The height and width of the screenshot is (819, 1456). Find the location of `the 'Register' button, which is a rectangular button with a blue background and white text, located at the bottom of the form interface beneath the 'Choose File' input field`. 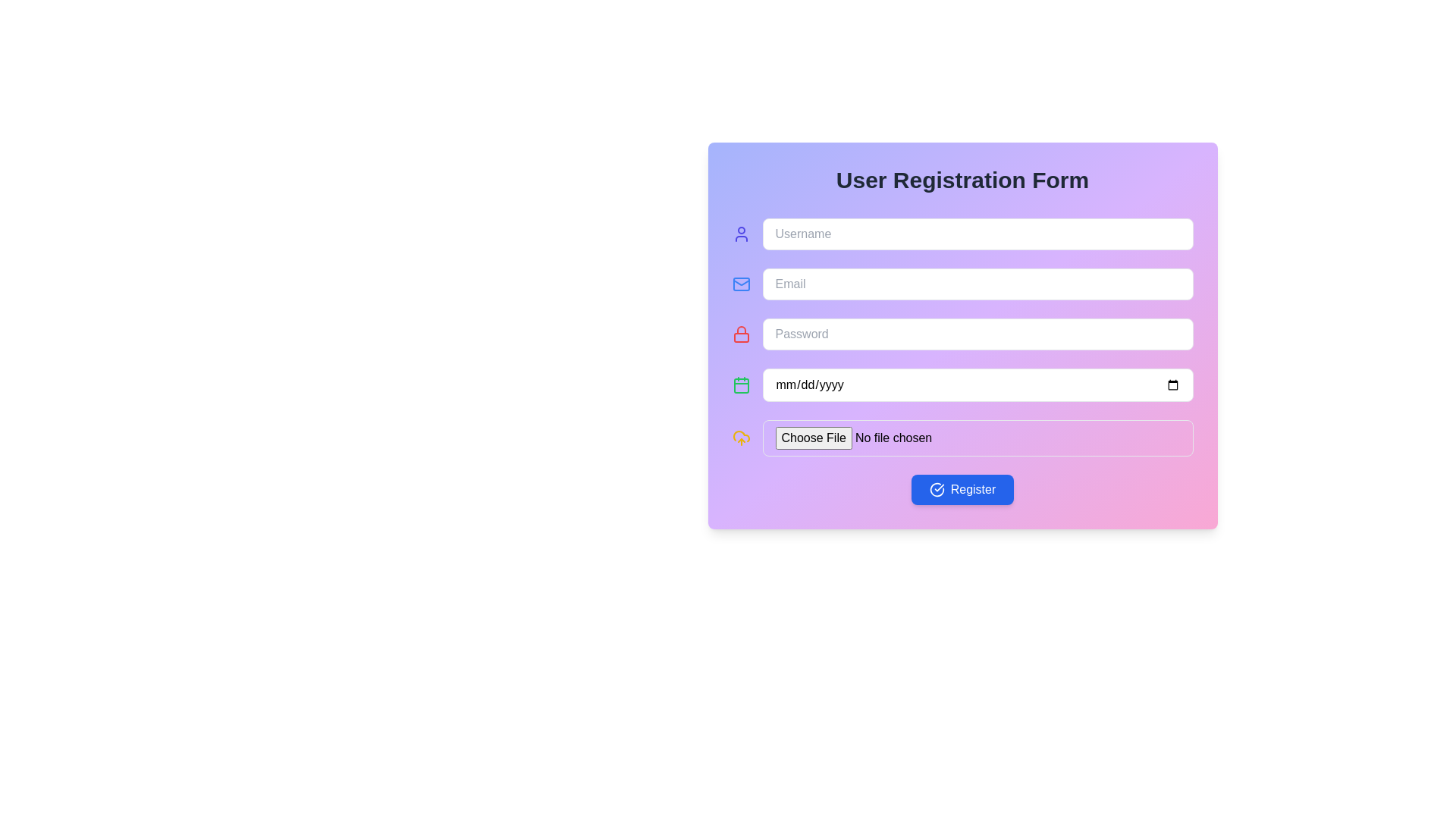

the 'Register' button, which is a rectangular button with a blue background and white text, located at the bottom of the form interface beneath the 'Choose File' input field is located at coordinates (962, 489).